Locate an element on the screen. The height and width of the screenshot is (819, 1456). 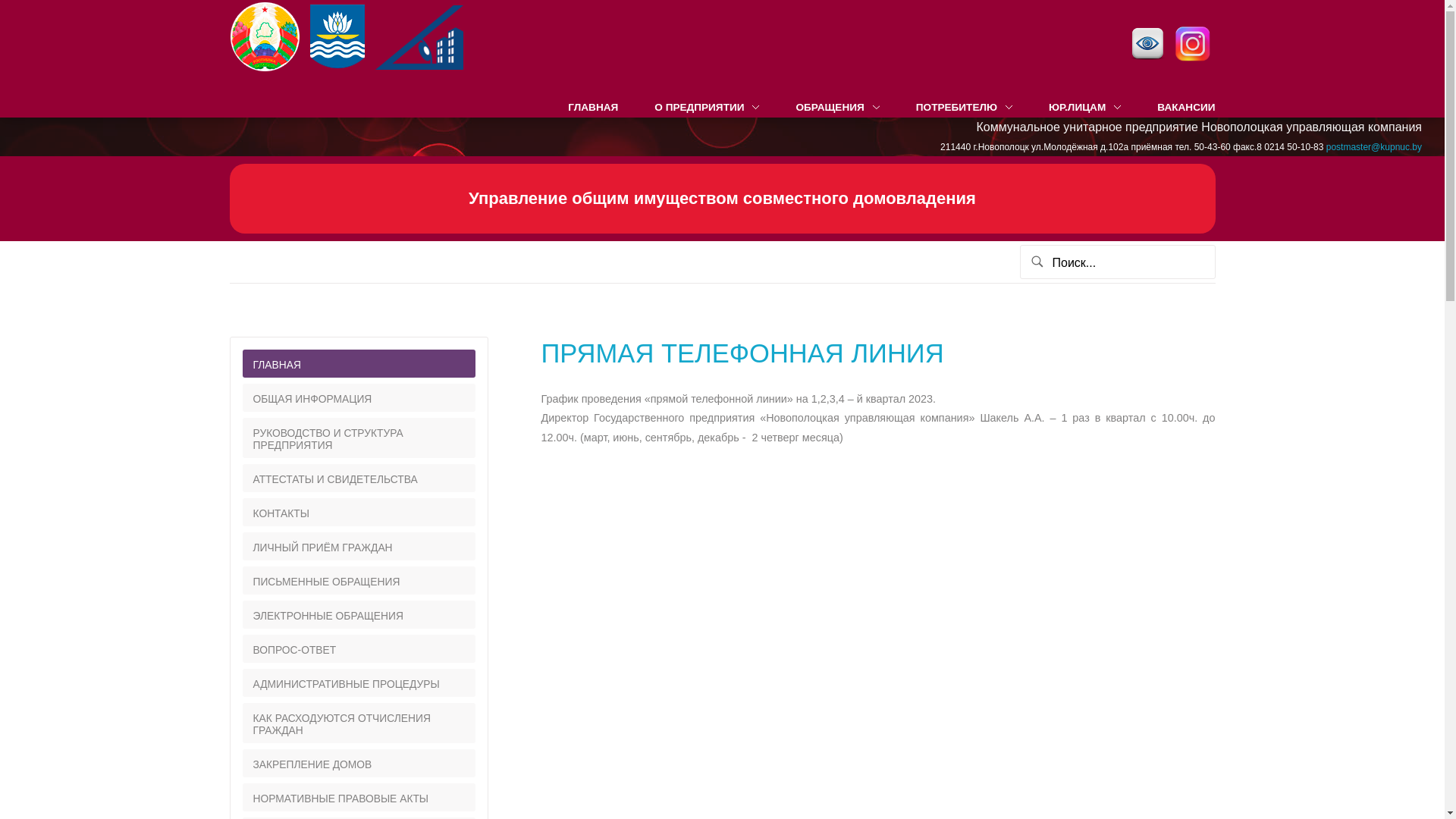
'postmaster@kupnuc.by' is located at coordinates (1325, 146).